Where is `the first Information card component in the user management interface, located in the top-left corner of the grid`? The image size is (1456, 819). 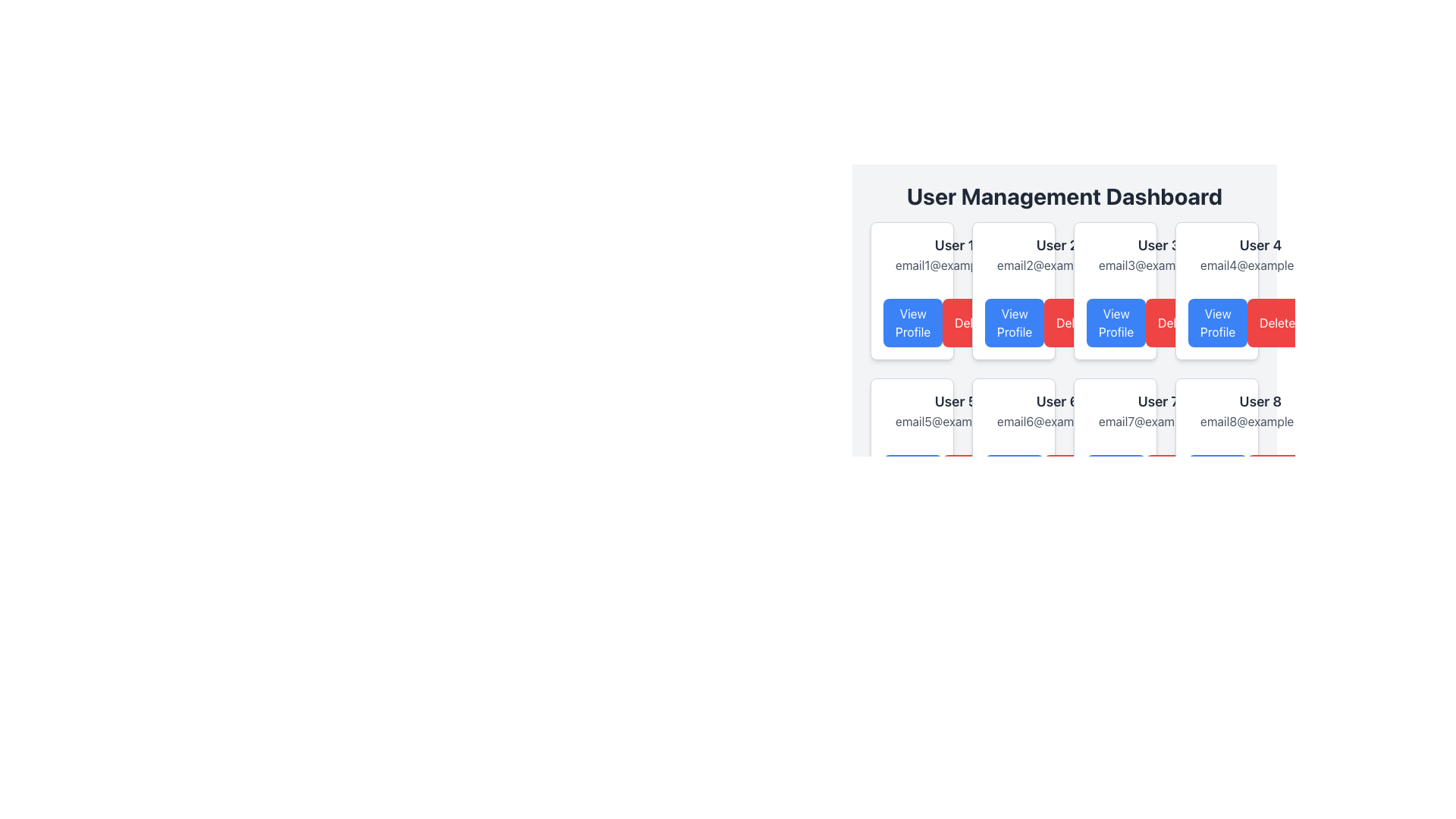
the first Information card component in the user management interface, located in the top-left corner of the grid is located at coordinates (912, 291).